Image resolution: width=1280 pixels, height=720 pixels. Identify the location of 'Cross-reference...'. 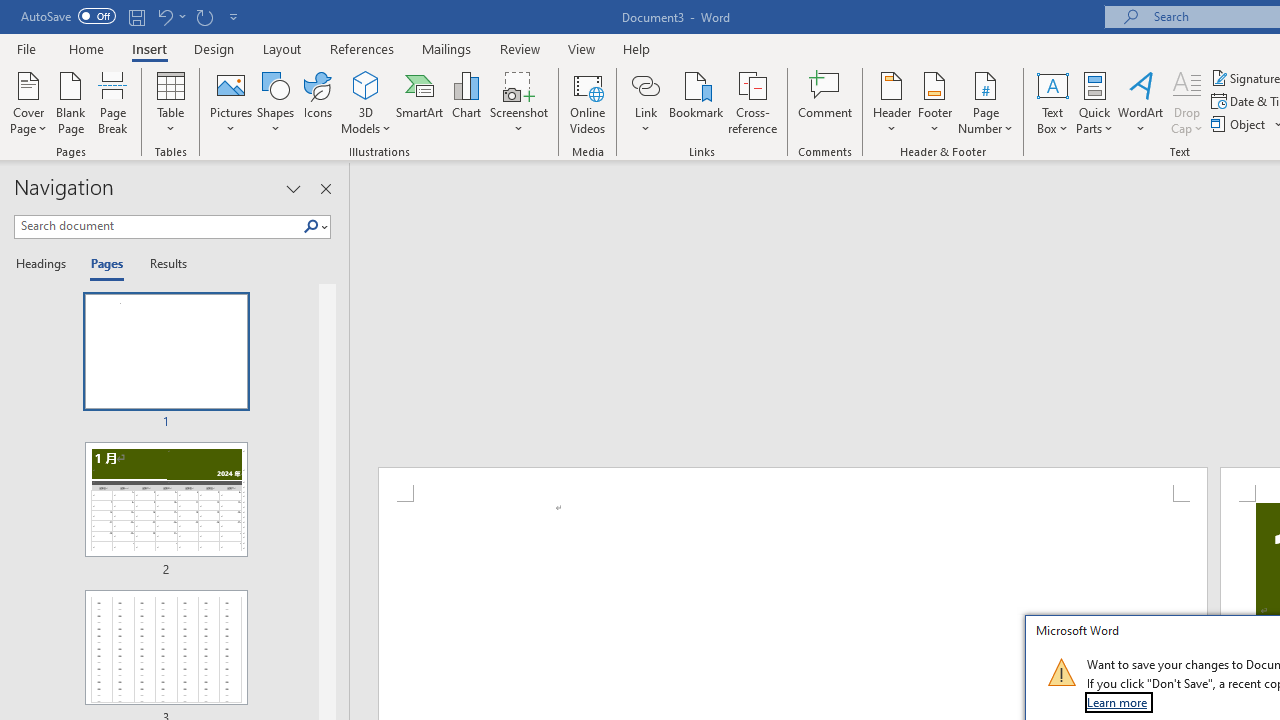
(751, 103).